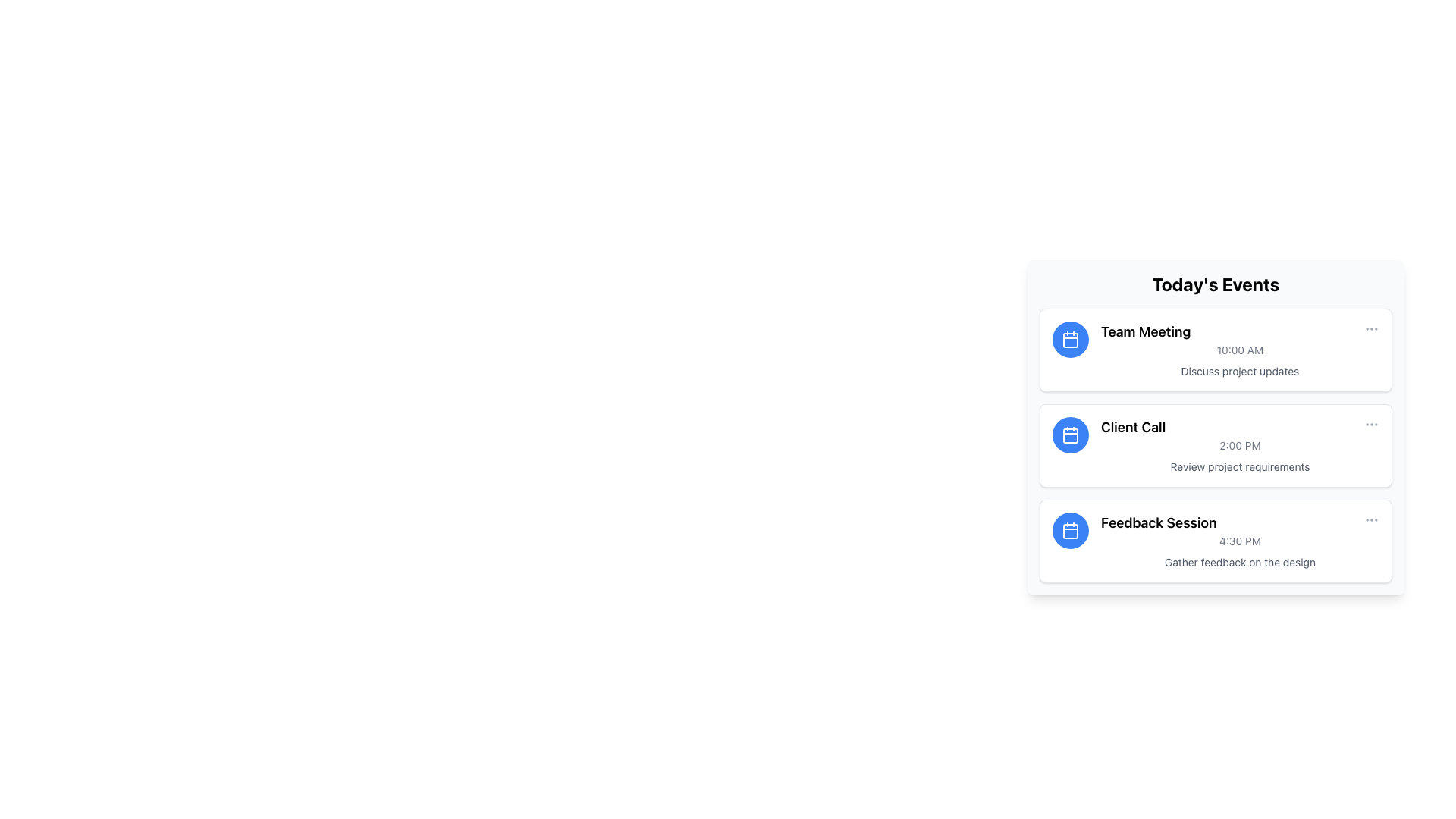  I want to click on the 'Feedback Session' event listing, so click(1240, 540).